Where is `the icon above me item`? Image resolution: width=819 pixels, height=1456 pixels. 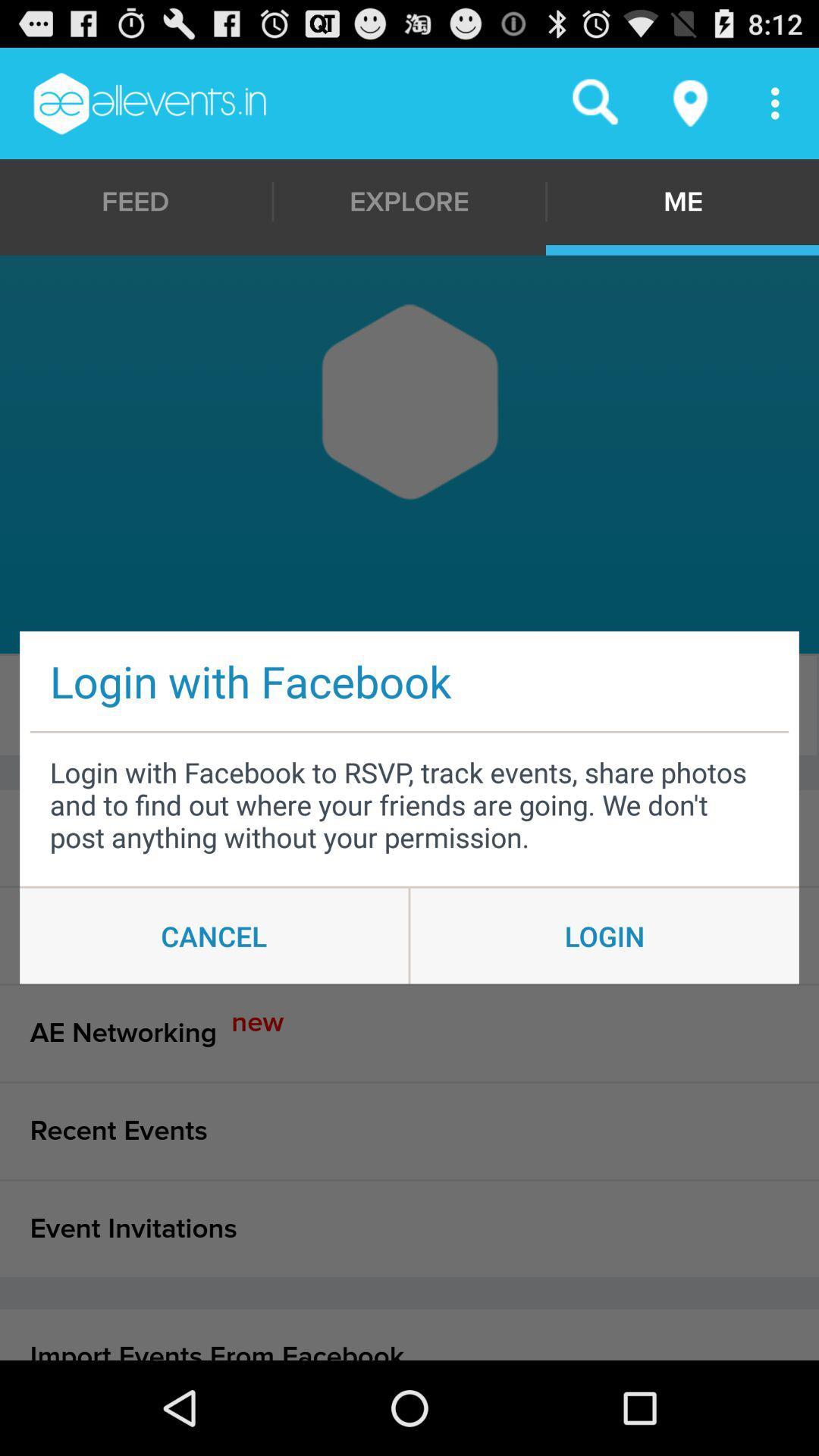 the icon above me item is located at coordinates (691, 102).